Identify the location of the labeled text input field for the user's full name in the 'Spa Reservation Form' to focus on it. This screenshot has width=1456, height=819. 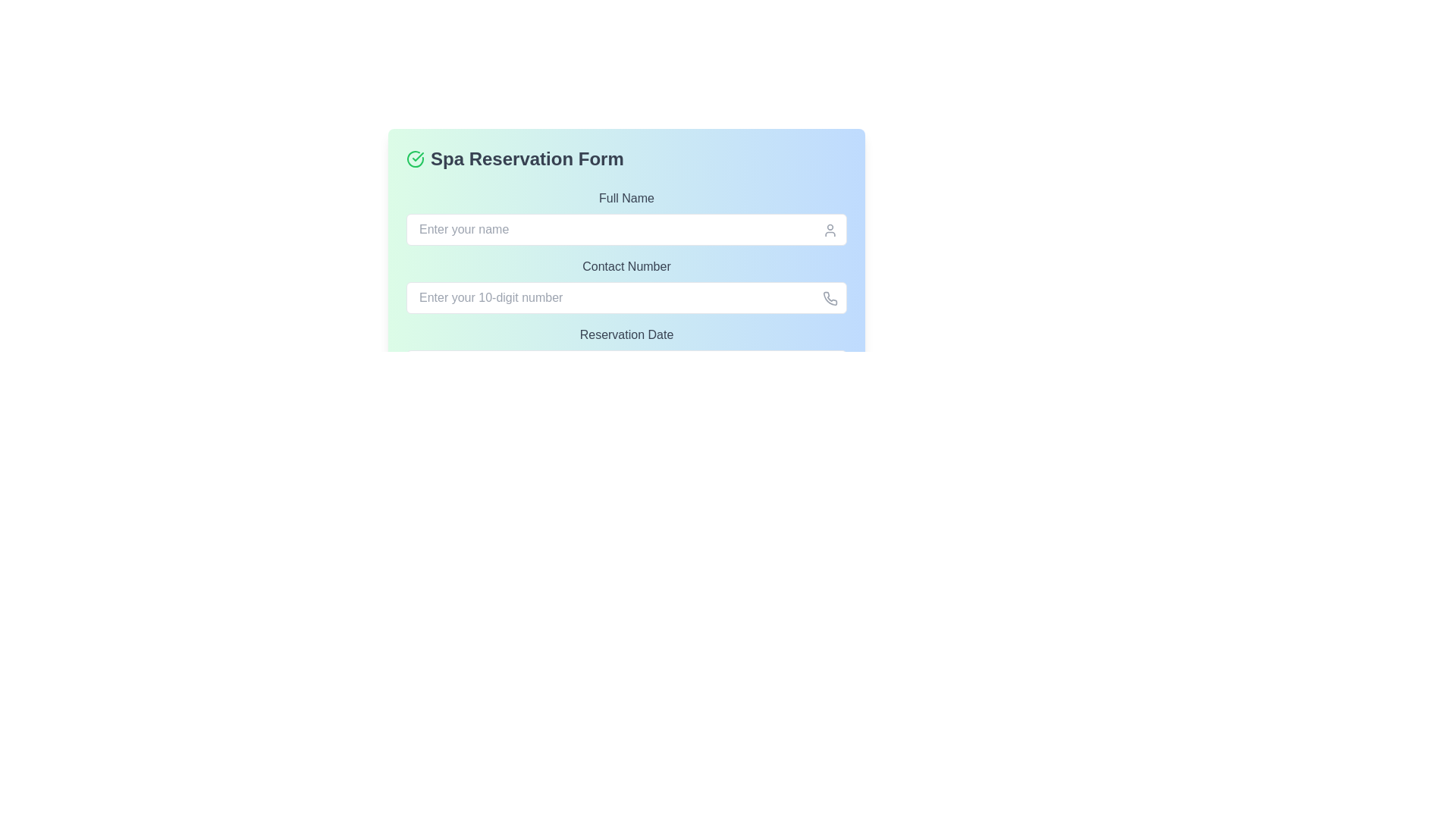
(626, 217).